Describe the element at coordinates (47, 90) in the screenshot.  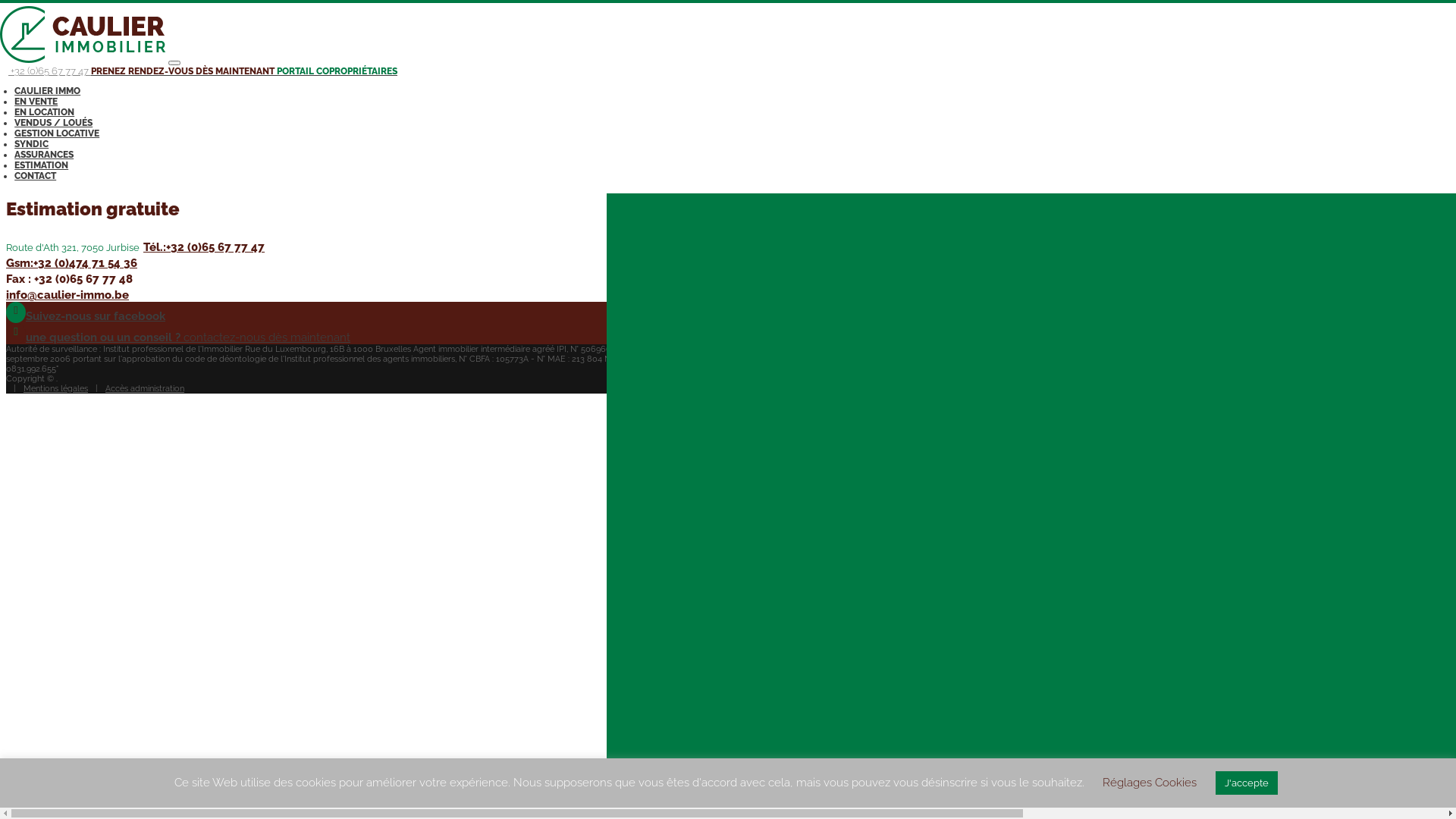
I see `'CAULIER IMMO'` at that location.